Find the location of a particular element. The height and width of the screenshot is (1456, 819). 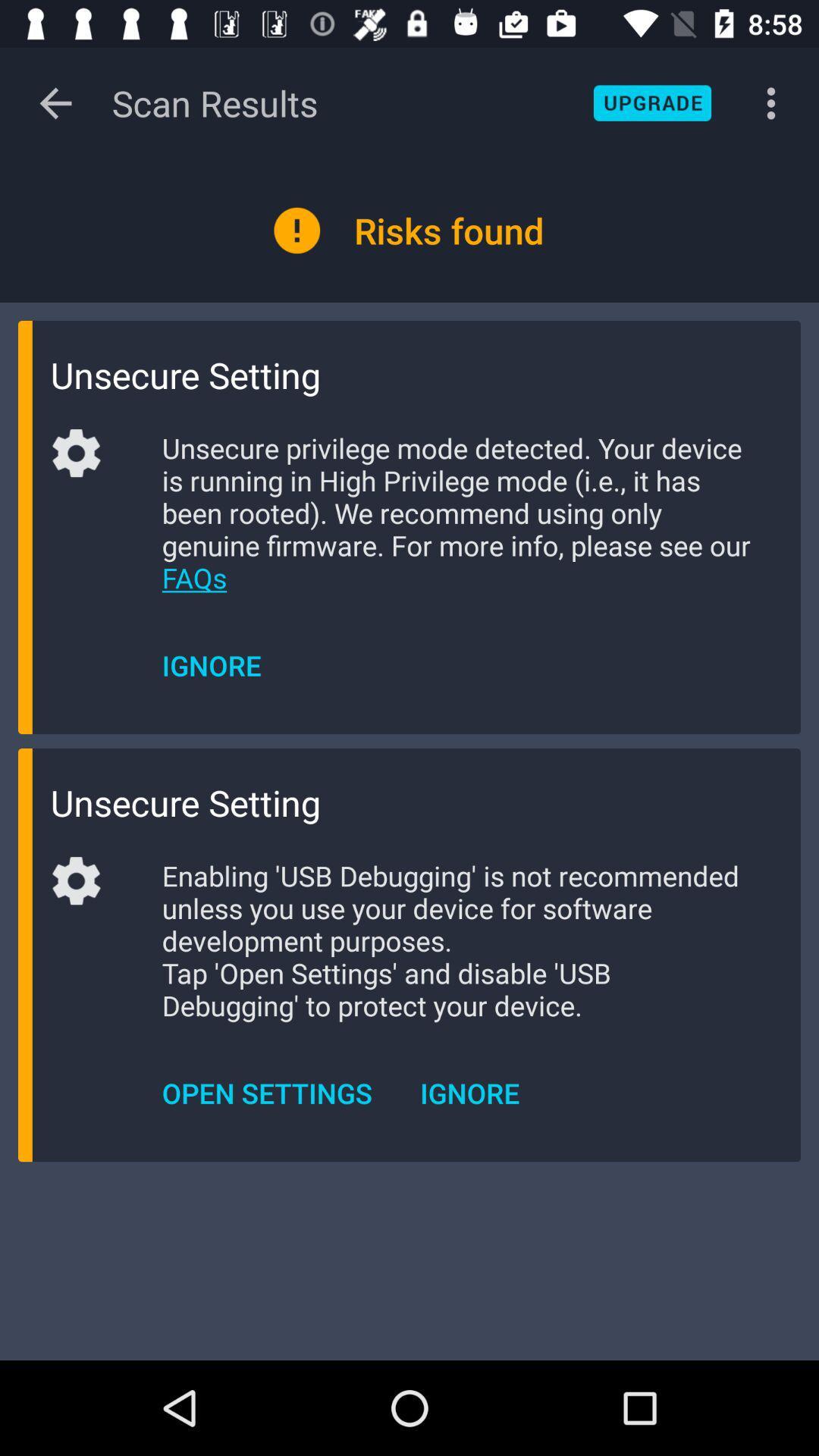

the item next to scan results item is located at coordinates (55, 102).